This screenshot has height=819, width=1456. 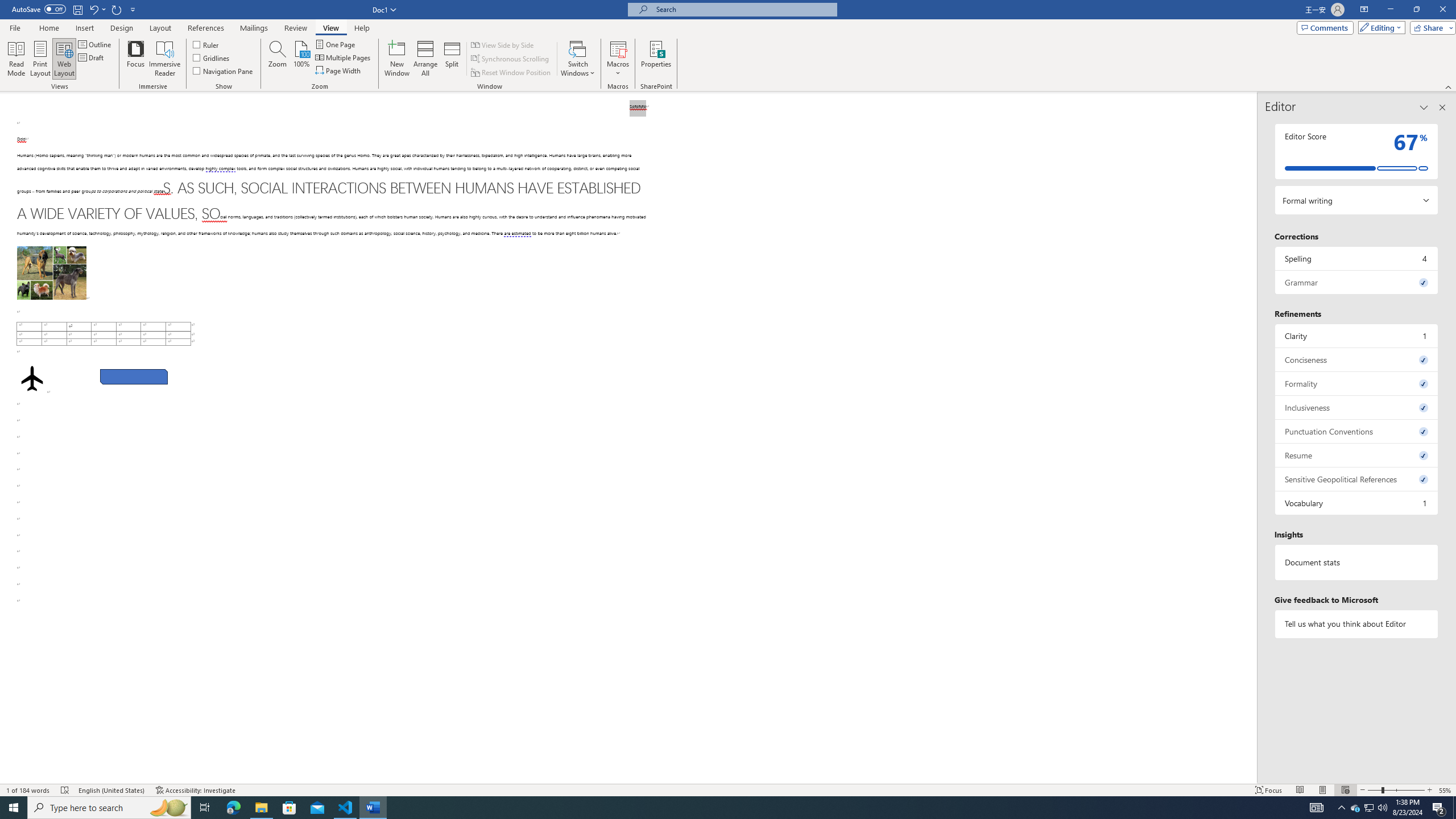 I want to click on 'Multiple Pages', so click(x=343, y=56).